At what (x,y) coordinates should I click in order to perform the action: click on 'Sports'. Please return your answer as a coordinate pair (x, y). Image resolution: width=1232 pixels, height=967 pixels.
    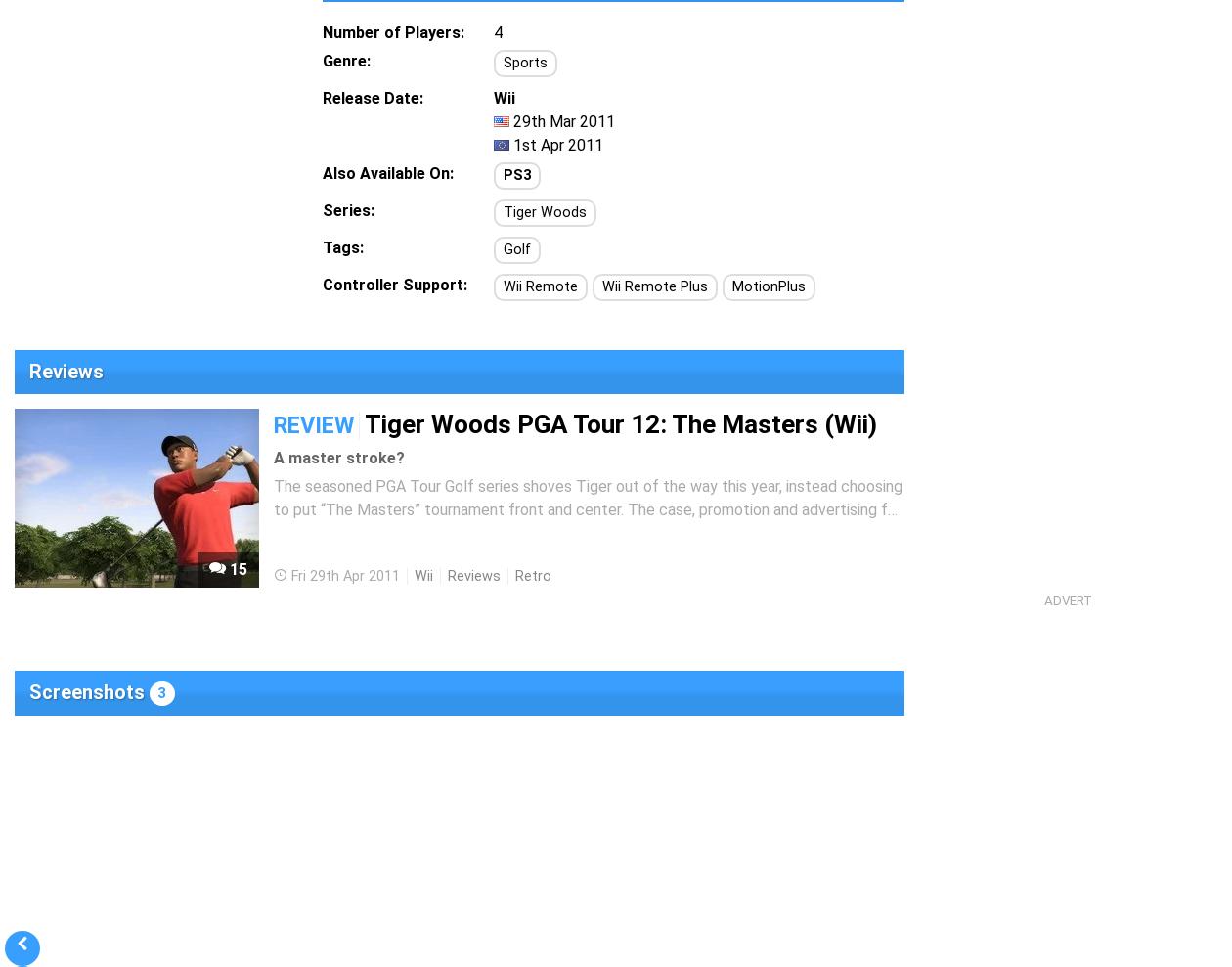
    Looking at the image, I should click on (525, 63).